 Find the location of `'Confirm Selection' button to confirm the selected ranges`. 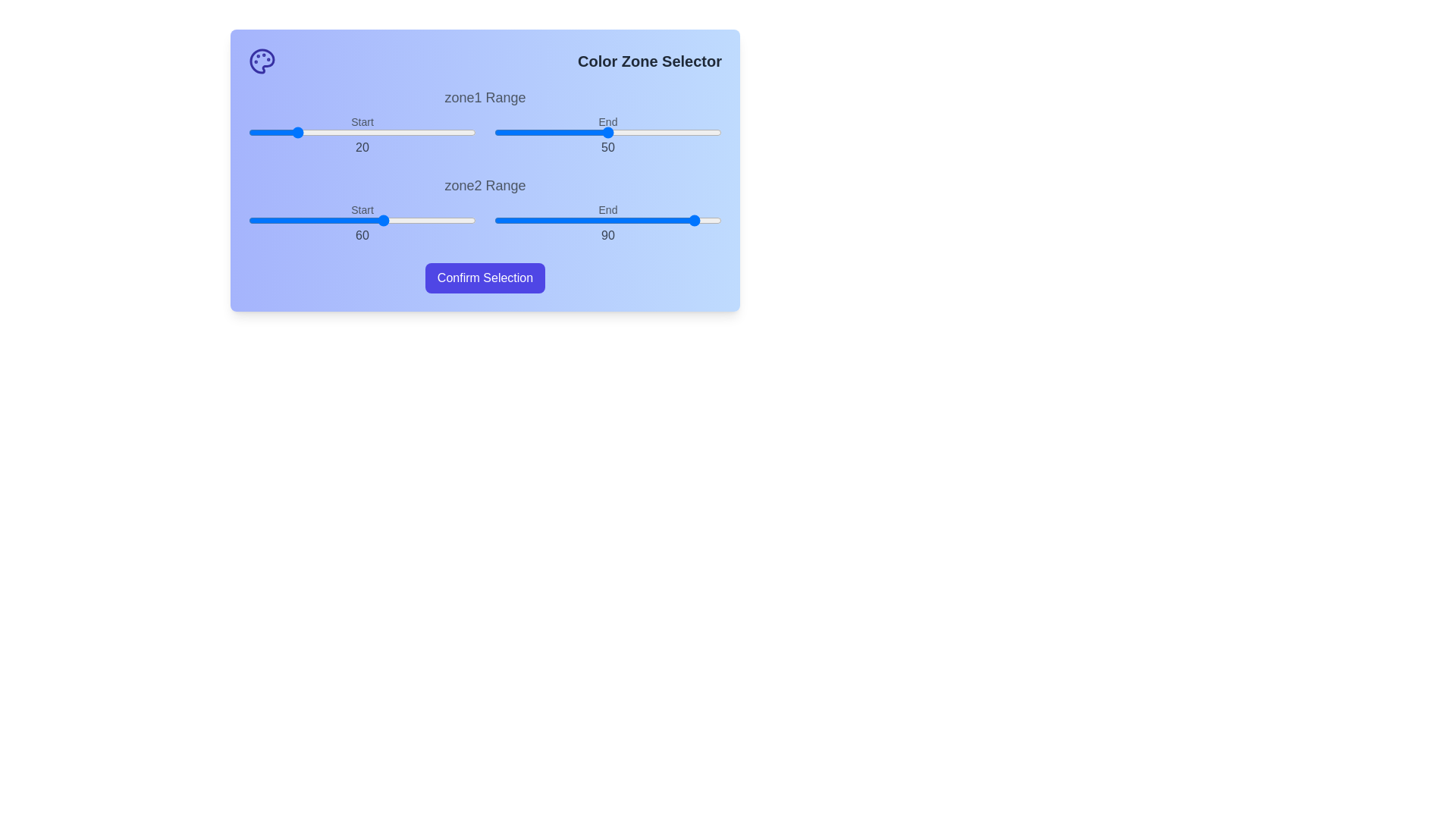

'Confirm Selection' button to confirm the selected ranges is located at coordinates (484, 278).